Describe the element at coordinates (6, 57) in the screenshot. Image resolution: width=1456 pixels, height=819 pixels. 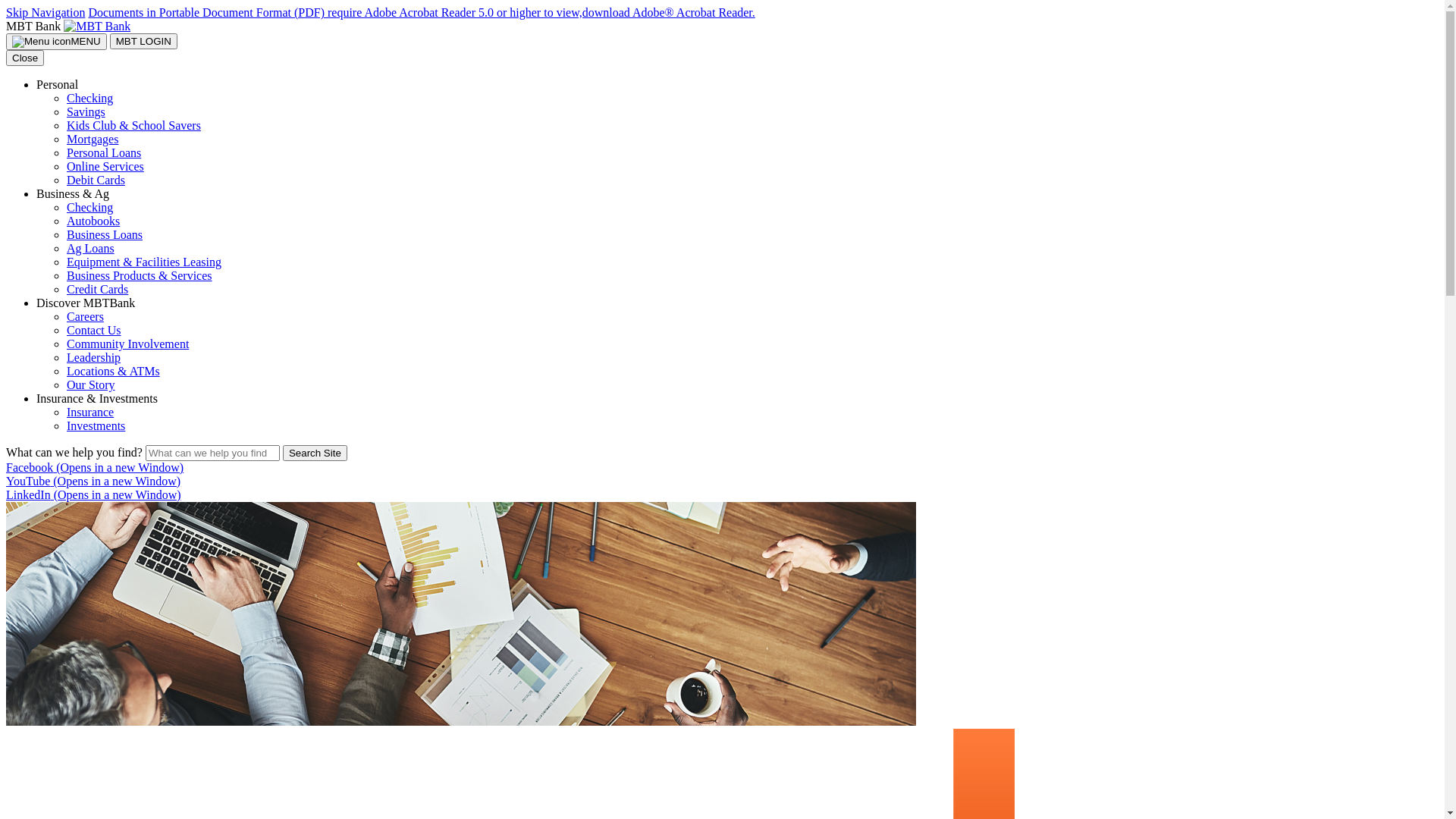
I see `'Close'` at that location.